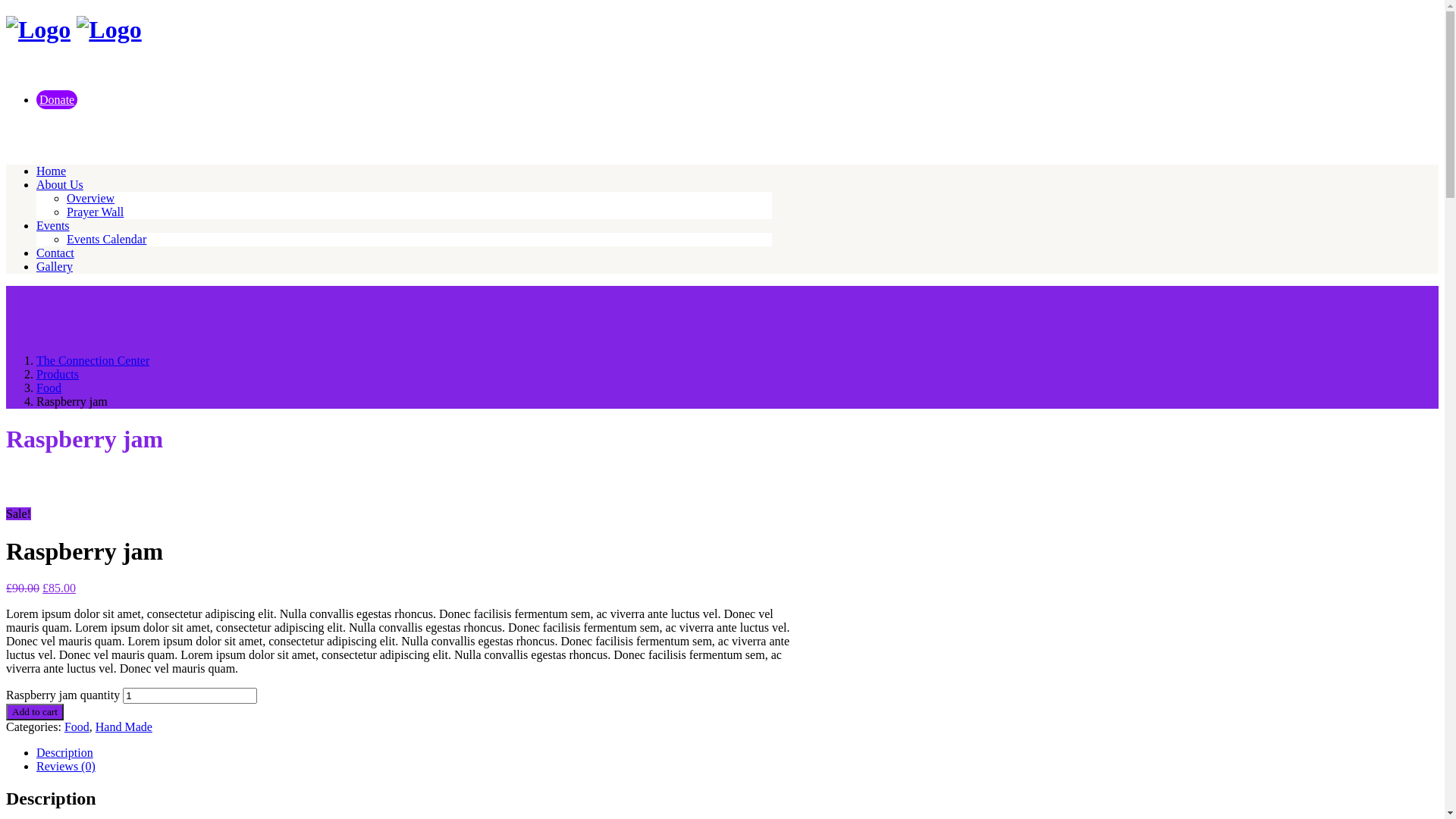  What do you see at coordinates (105, 239) in the screenshot?
I see `'Events Calendar'` at bounding box center [105, 239].